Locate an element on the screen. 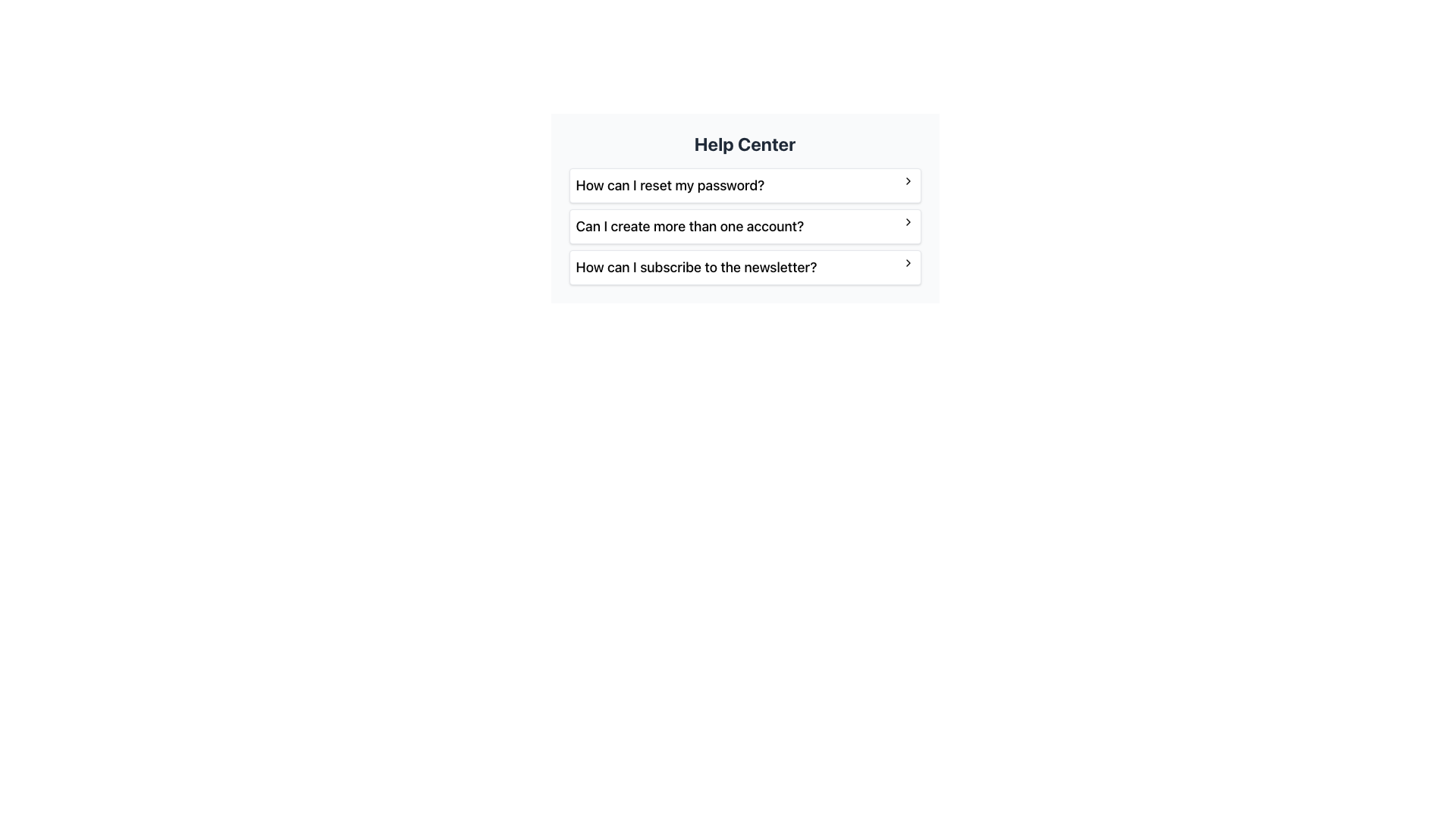 The width and height of the screenshot is (1456, 819). one of the questions in the frequently asked questions list located below the 'Help Center' heading is located at coordinates (745, 227).